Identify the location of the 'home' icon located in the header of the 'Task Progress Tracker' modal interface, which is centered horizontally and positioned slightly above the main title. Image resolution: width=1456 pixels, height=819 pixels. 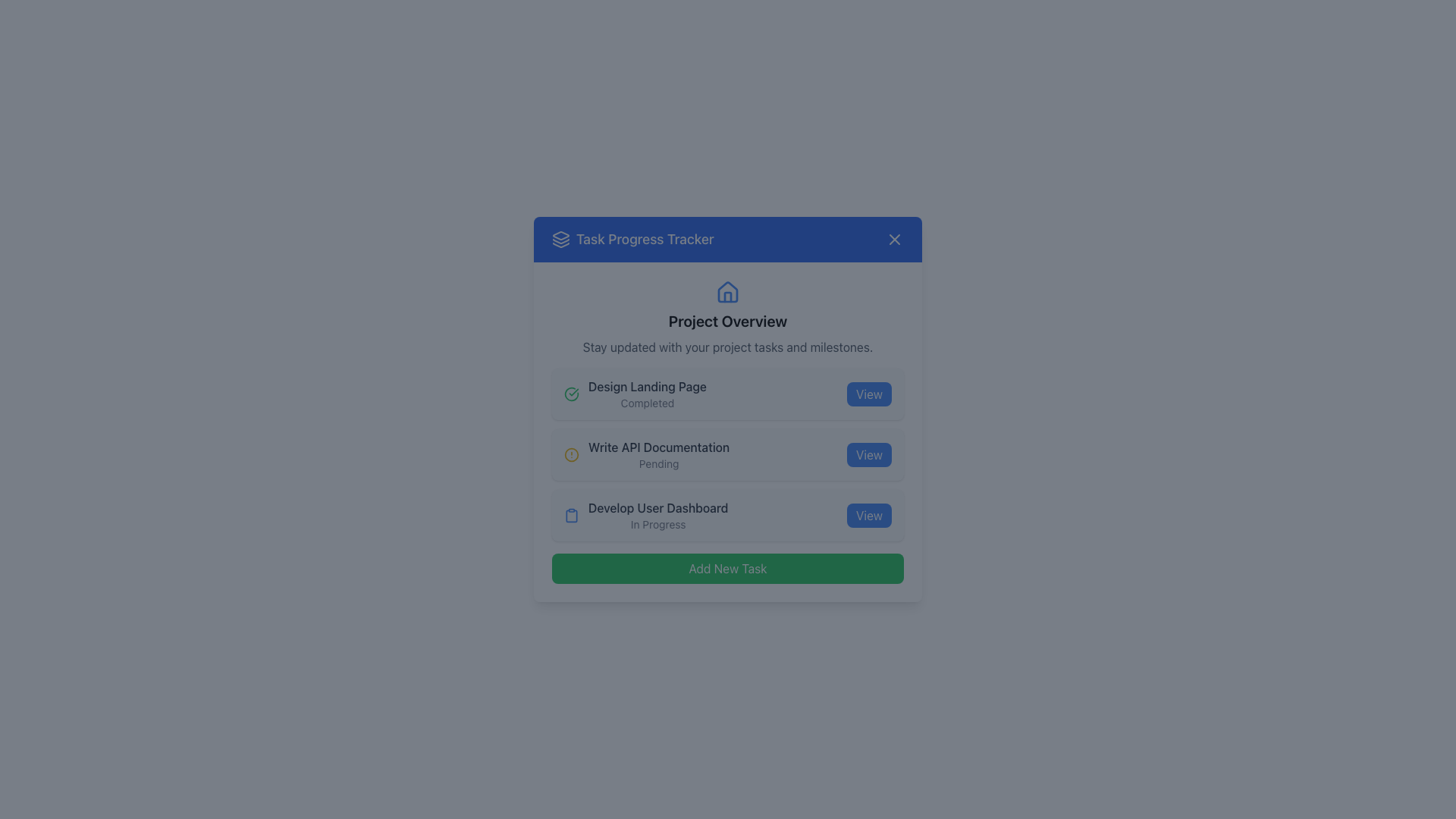
(728, 292).